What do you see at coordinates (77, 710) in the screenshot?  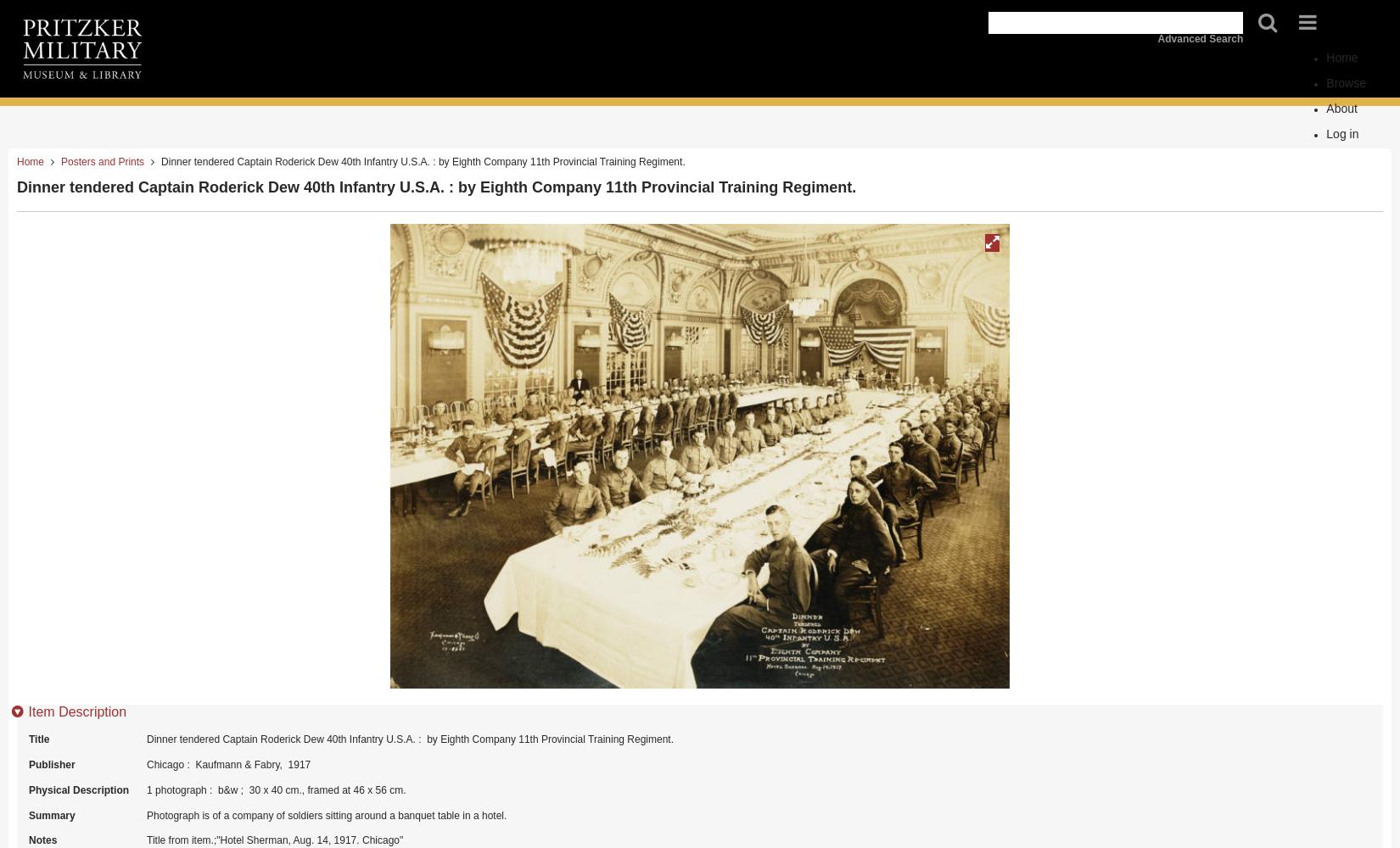 I see `'Item Description'` at bounding box center [77, 710].